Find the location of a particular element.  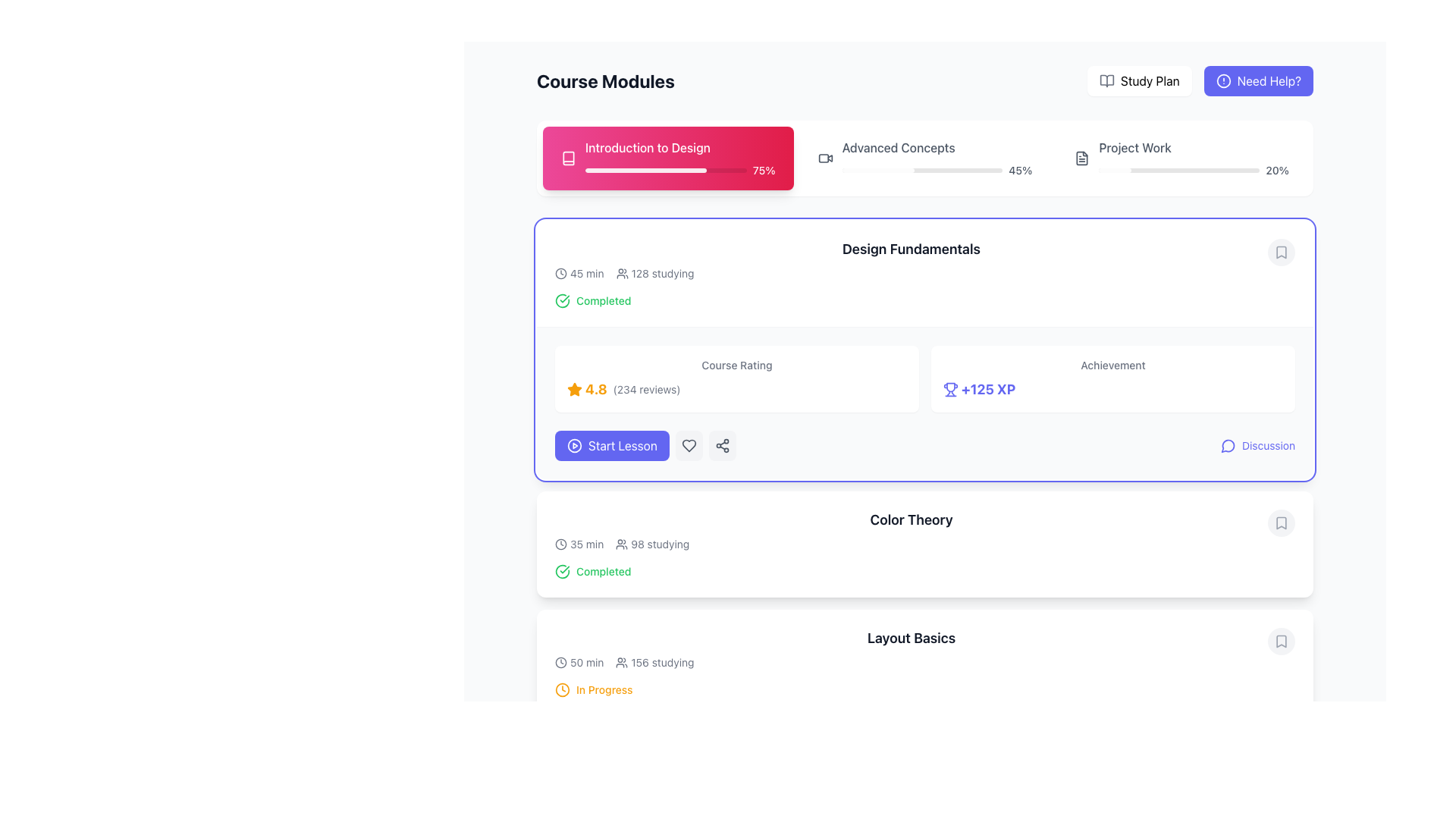

the 'Need Help?' button located in the top-right corner of the interface, next to the 'Study Plan' button, for keyboard navigation interaction is located at coordinates (1200, 81).